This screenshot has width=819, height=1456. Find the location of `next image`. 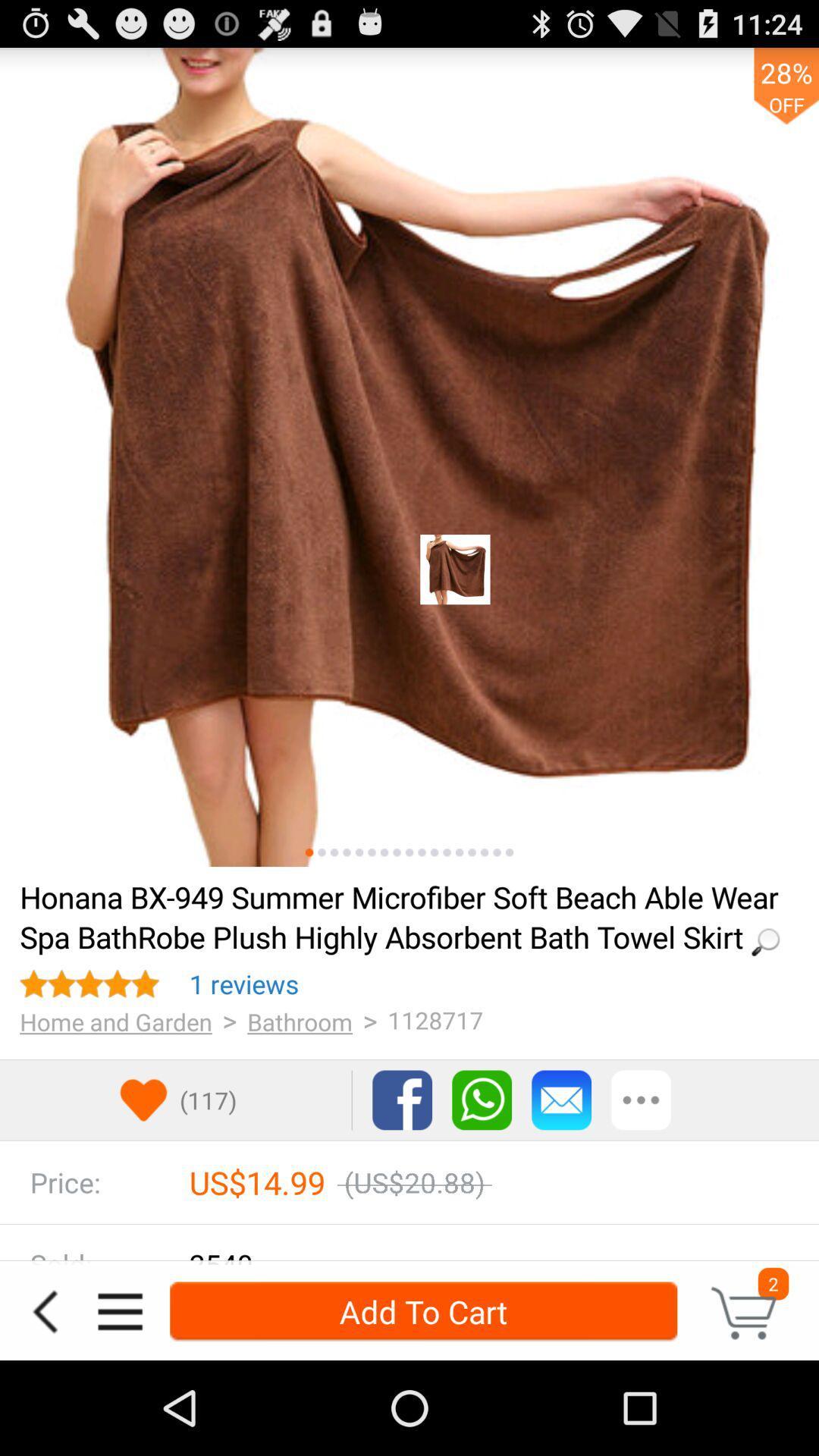

next image is located at coordinates (321, 852).